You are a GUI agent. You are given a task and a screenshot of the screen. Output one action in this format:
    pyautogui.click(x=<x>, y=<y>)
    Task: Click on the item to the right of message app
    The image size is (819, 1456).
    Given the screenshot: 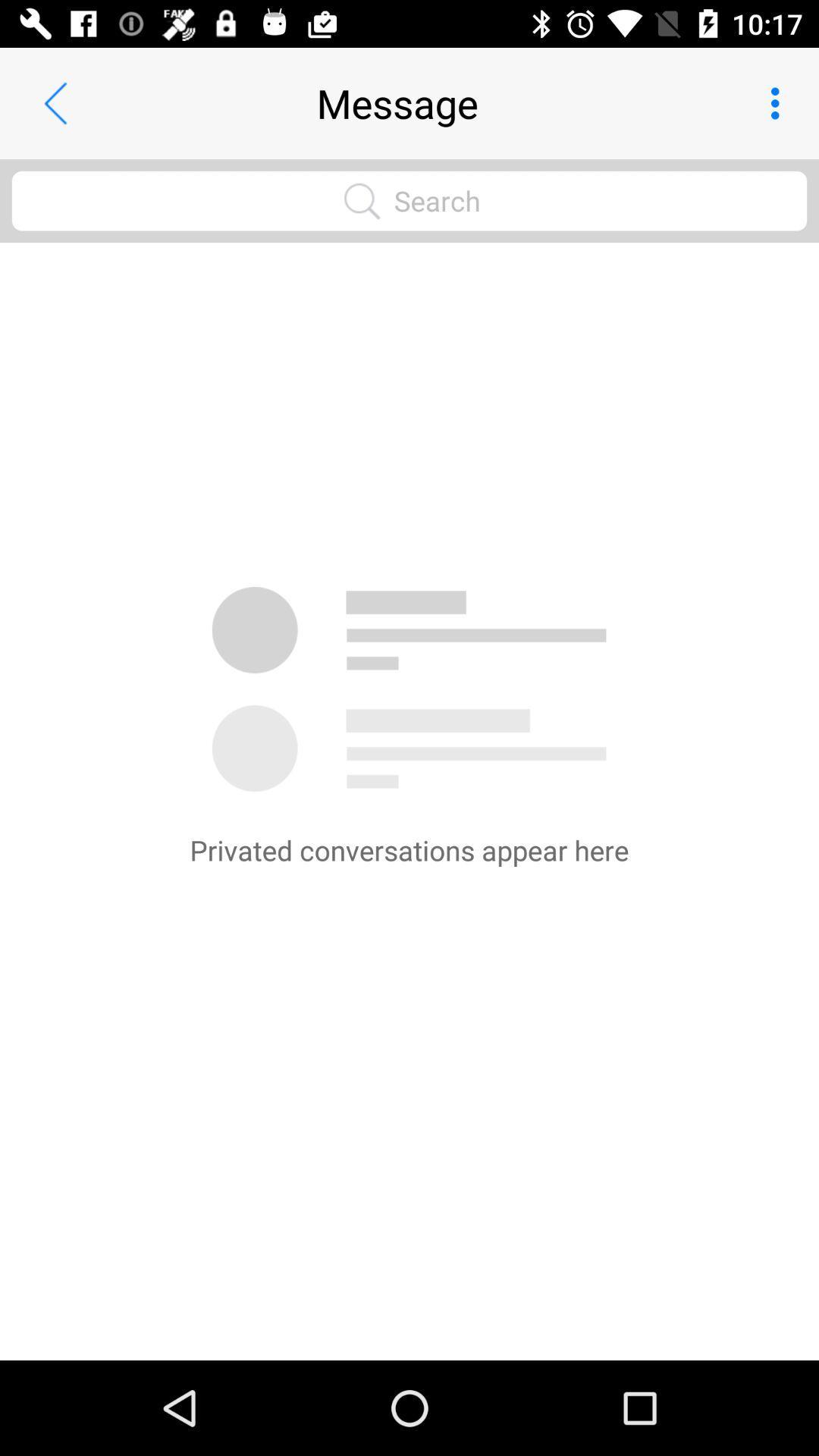 What is the action you would take?
    pyautogui.click(x=779, y=102)
    